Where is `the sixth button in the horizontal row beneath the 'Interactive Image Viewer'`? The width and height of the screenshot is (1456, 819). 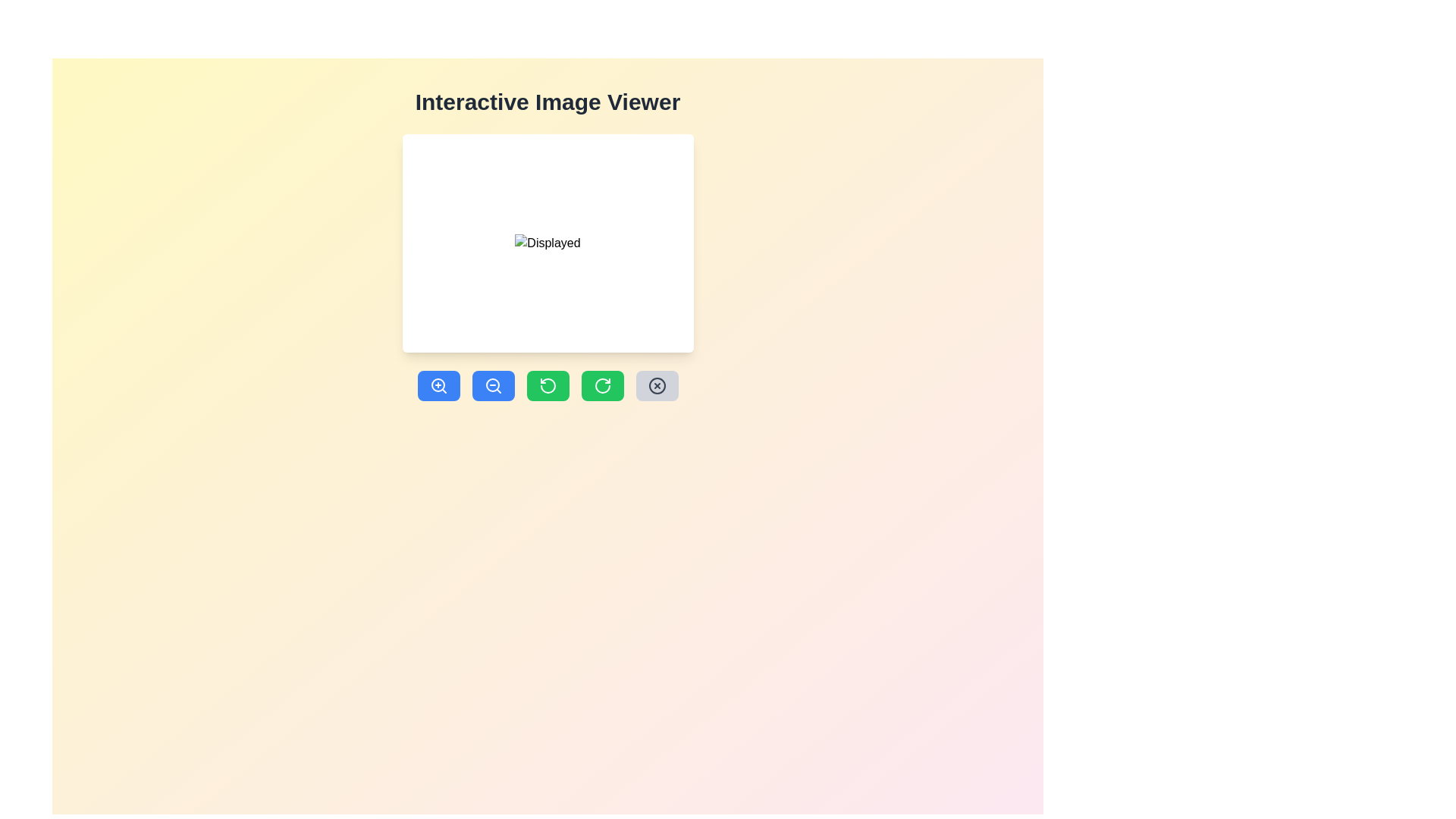 the sixth button in the horizontal row beneath the 'Interactive Image Viewer' is located at coordinates (657, 385).